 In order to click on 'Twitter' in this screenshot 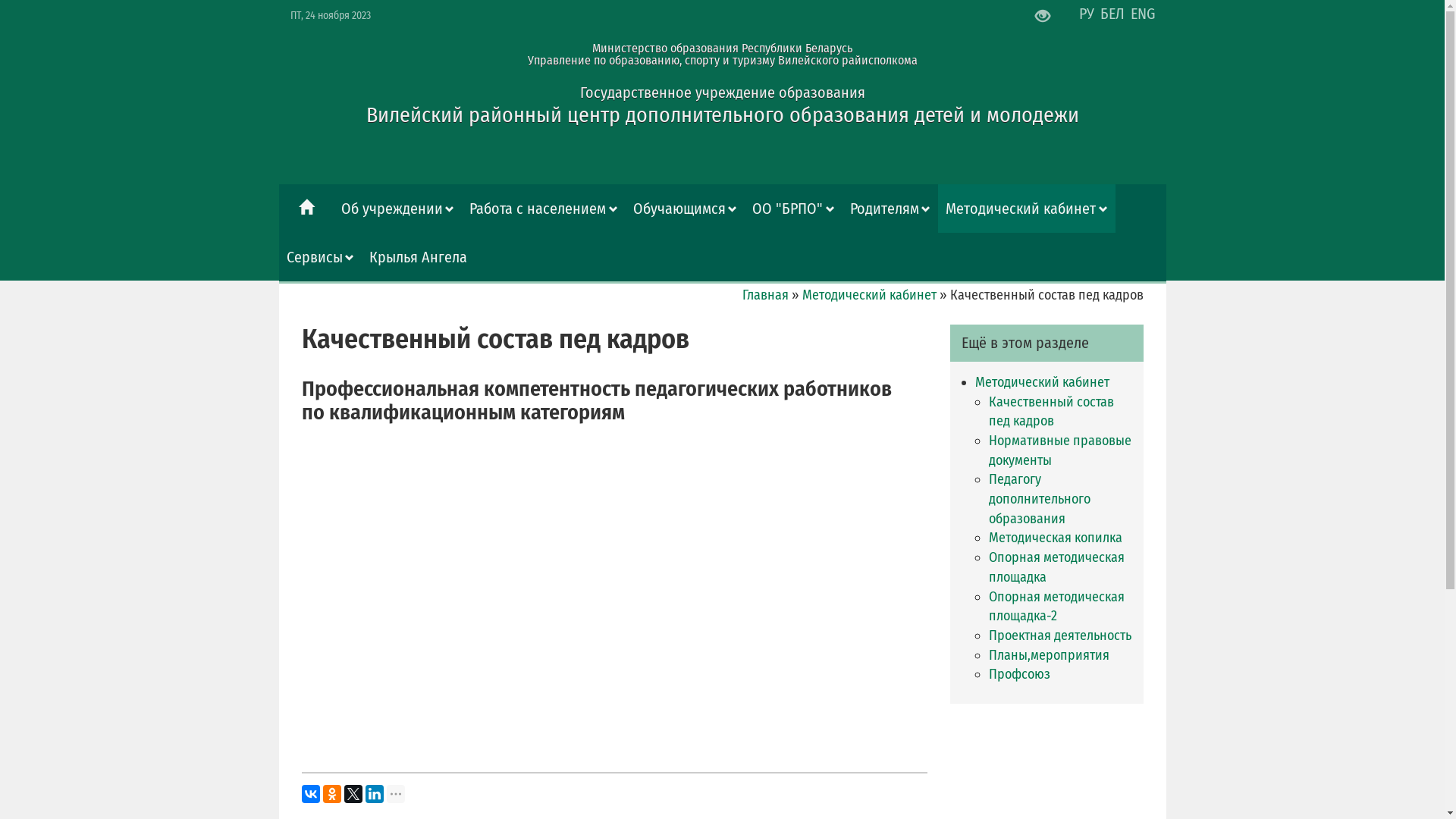, I will do `click(352, 792)`.